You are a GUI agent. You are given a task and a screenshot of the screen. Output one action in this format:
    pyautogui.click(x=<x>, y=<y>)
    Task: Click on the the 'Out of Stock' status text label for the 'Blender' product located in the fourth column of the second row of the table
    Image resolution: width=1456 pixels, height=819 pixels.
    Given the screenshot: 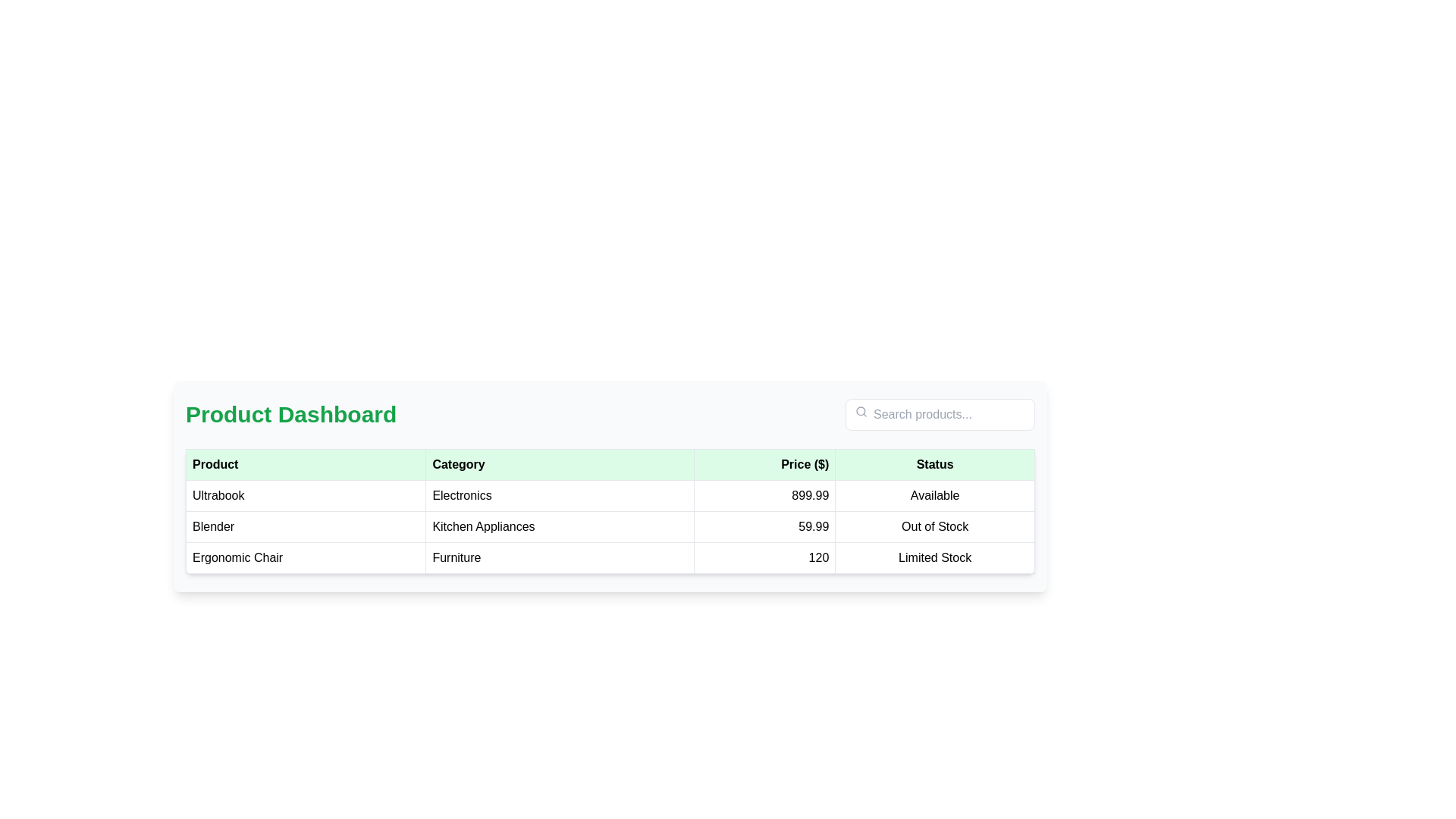 What is the action you would take?
    pyautogui.click(x=934, y=526)
    